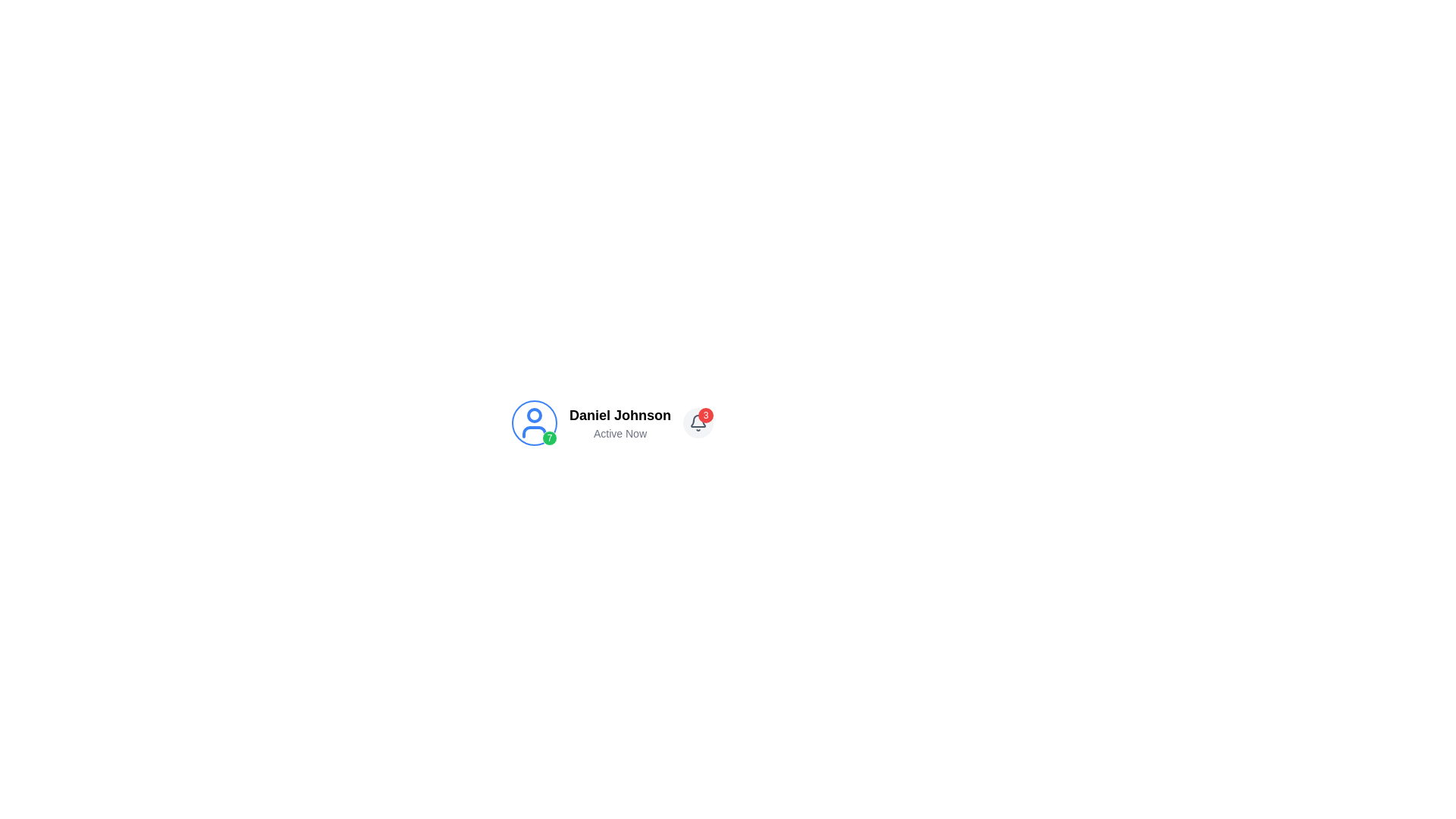  What do you see at coordinates (705, 415) in the screenshot?
I see `the badge indicating the number of pending notifications associated with the bell icon, which is positioned at the top-right corner of the bell icon` at bounding box center [705, 415].